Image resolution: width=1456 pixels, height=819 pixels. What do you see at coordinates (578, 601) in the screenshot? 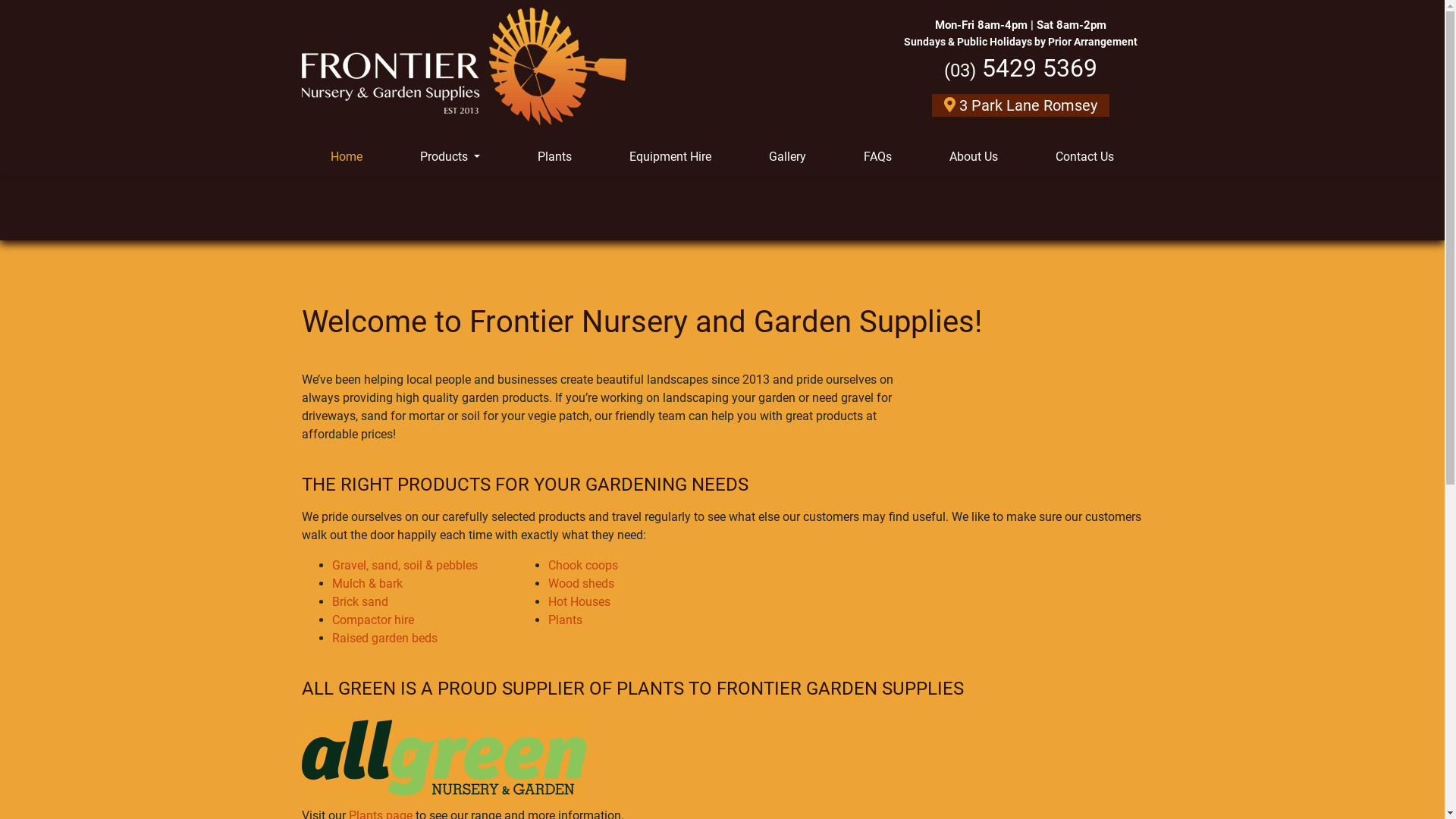
I see `'Hot Houses'` at bounding box center [578, 601].